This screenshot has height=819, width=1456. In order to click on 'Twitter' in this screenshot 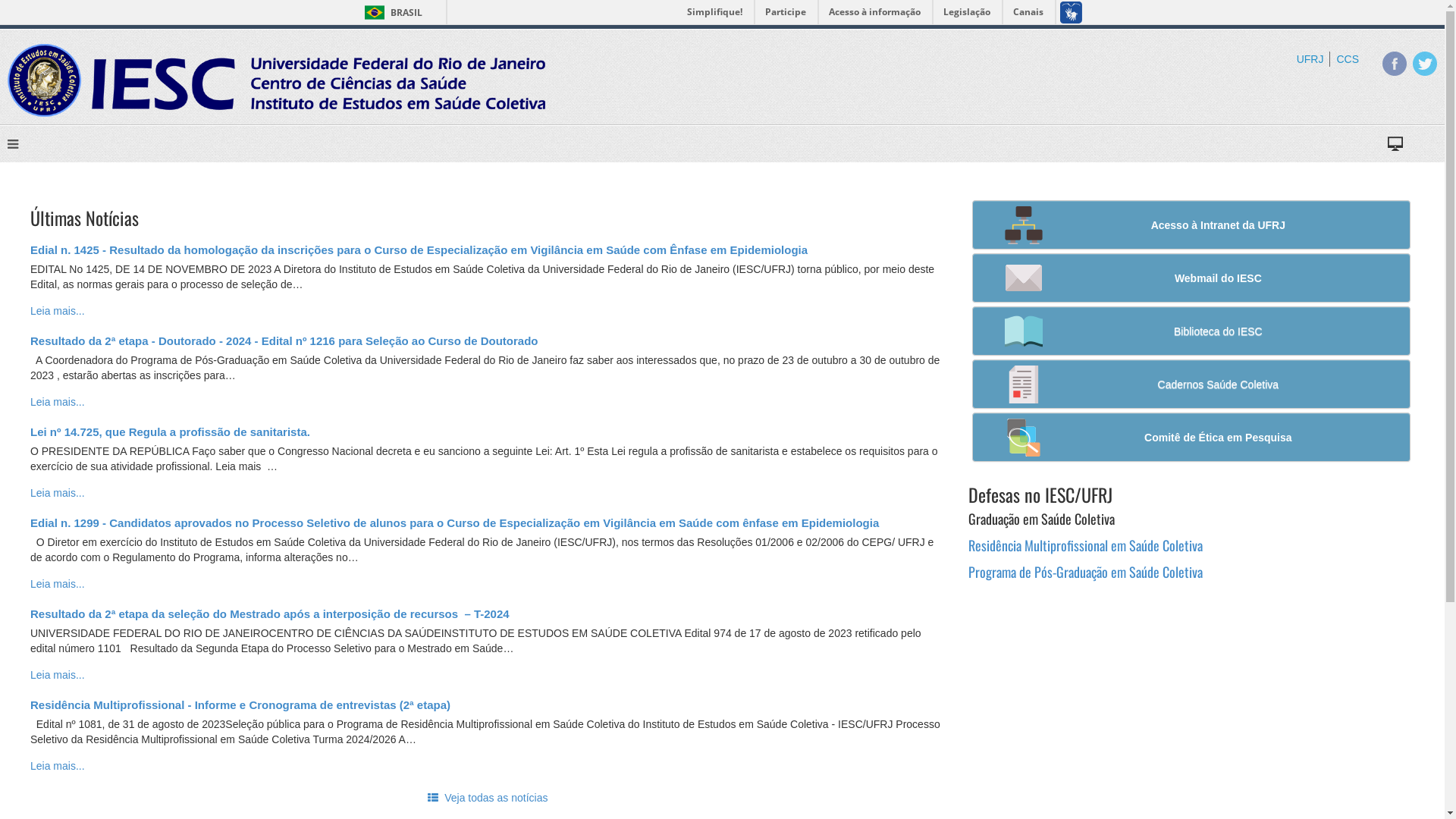, I will do `click(1423, 63)`.